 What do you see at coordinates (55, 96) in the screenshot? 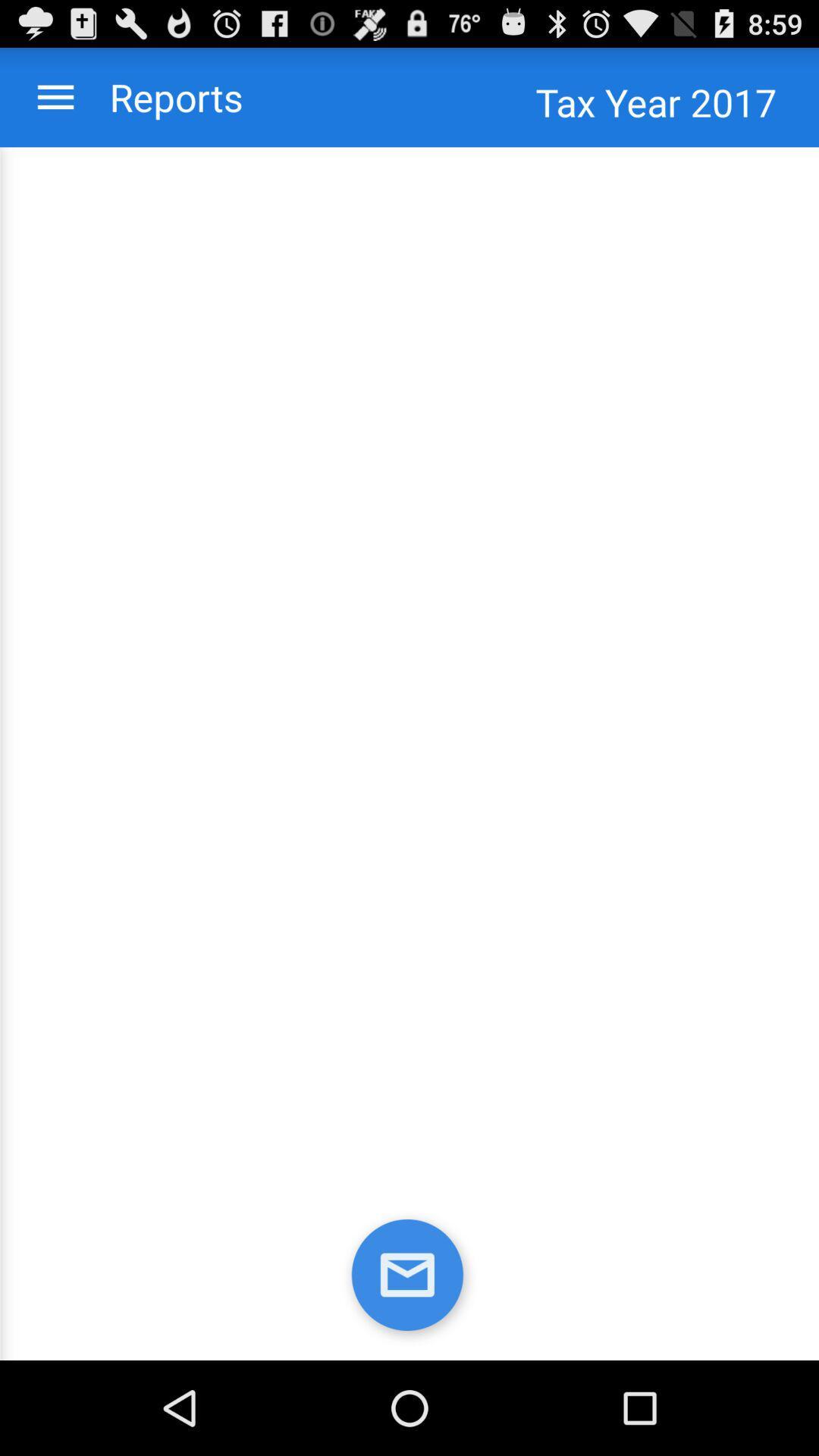
I see `the menu bar` at bounding box center [55, 96].